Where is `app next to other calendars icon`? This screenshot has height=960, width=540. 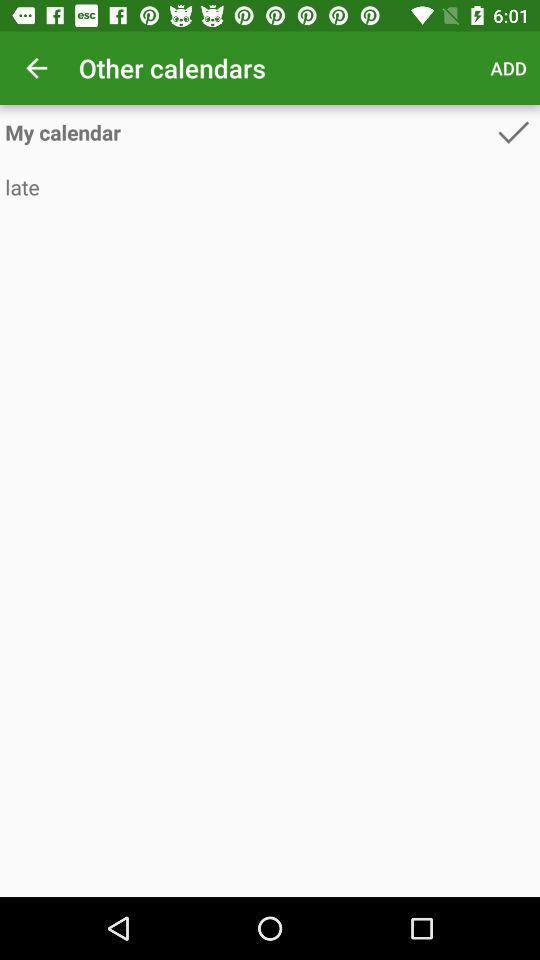
app next to other calendars icon is located at coordinates (36, 68).